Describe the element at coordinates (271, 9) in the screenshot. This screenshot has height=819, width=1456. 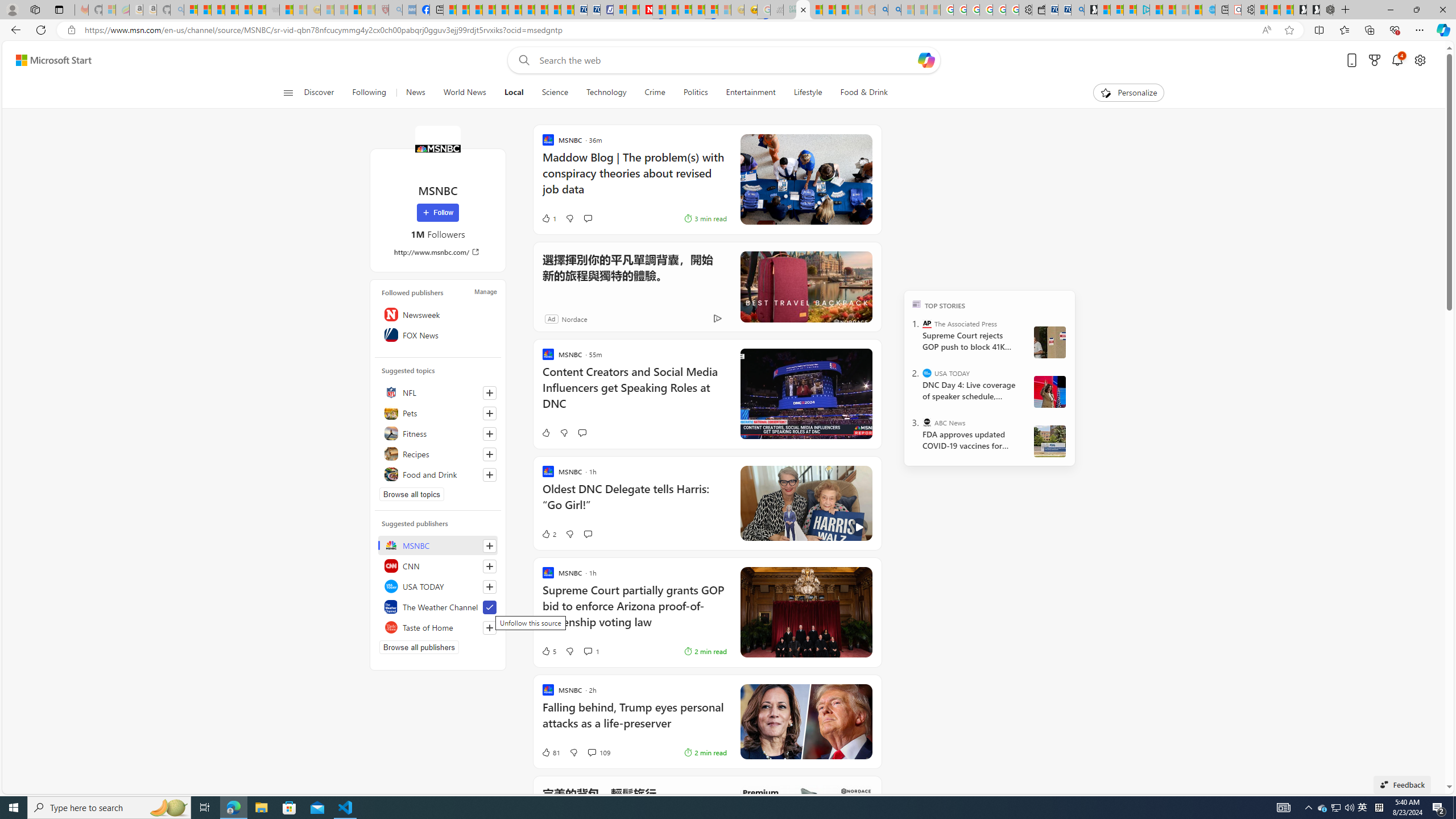
I see `'Combat Siege - Sleeping'` at that location.